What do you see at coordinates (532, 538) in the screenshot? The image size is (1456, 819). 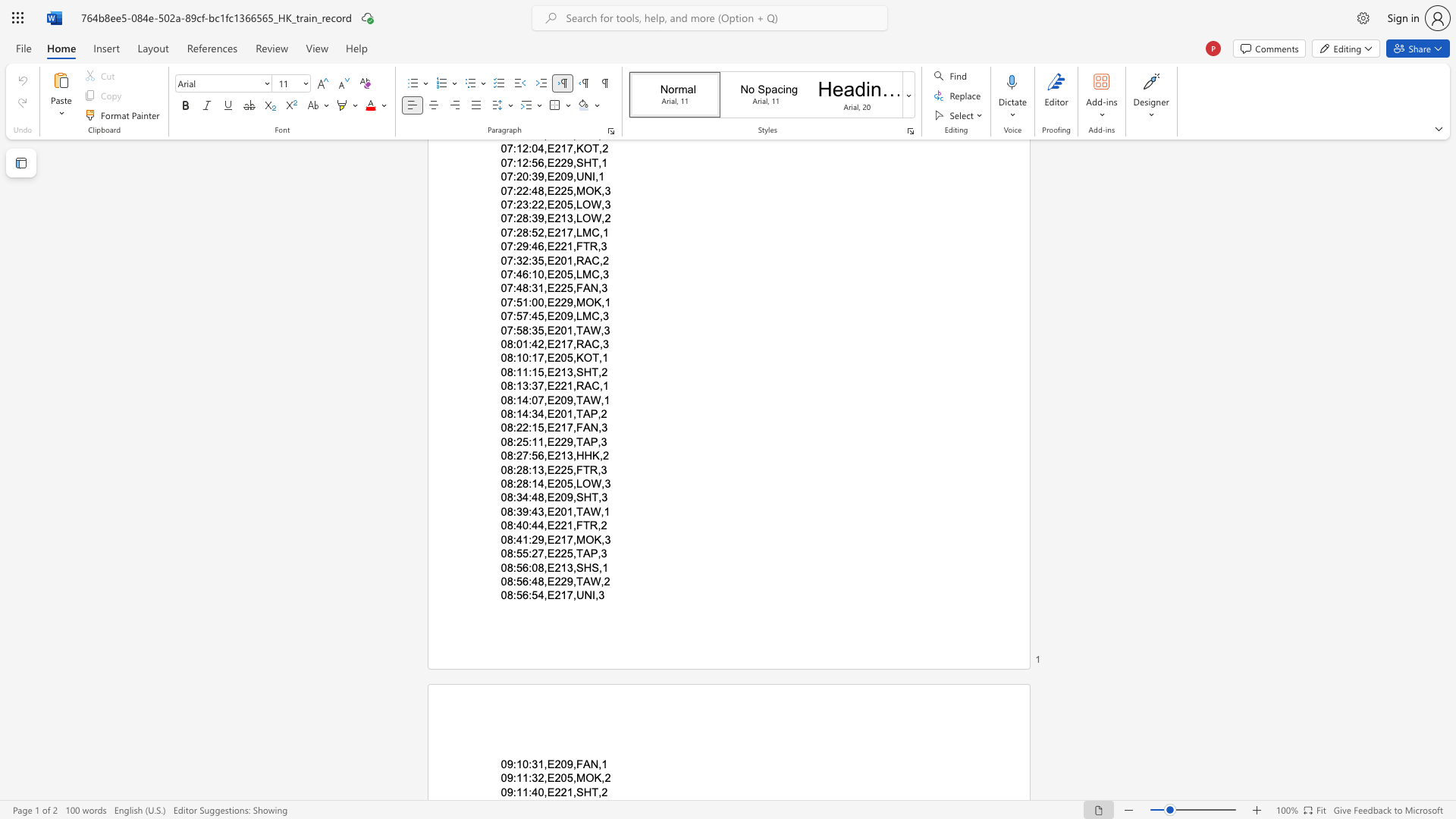 I see `the subset text "29,E2" within the text "08:41:29,E217,MOK,3"` at bounding box center [532, 538].